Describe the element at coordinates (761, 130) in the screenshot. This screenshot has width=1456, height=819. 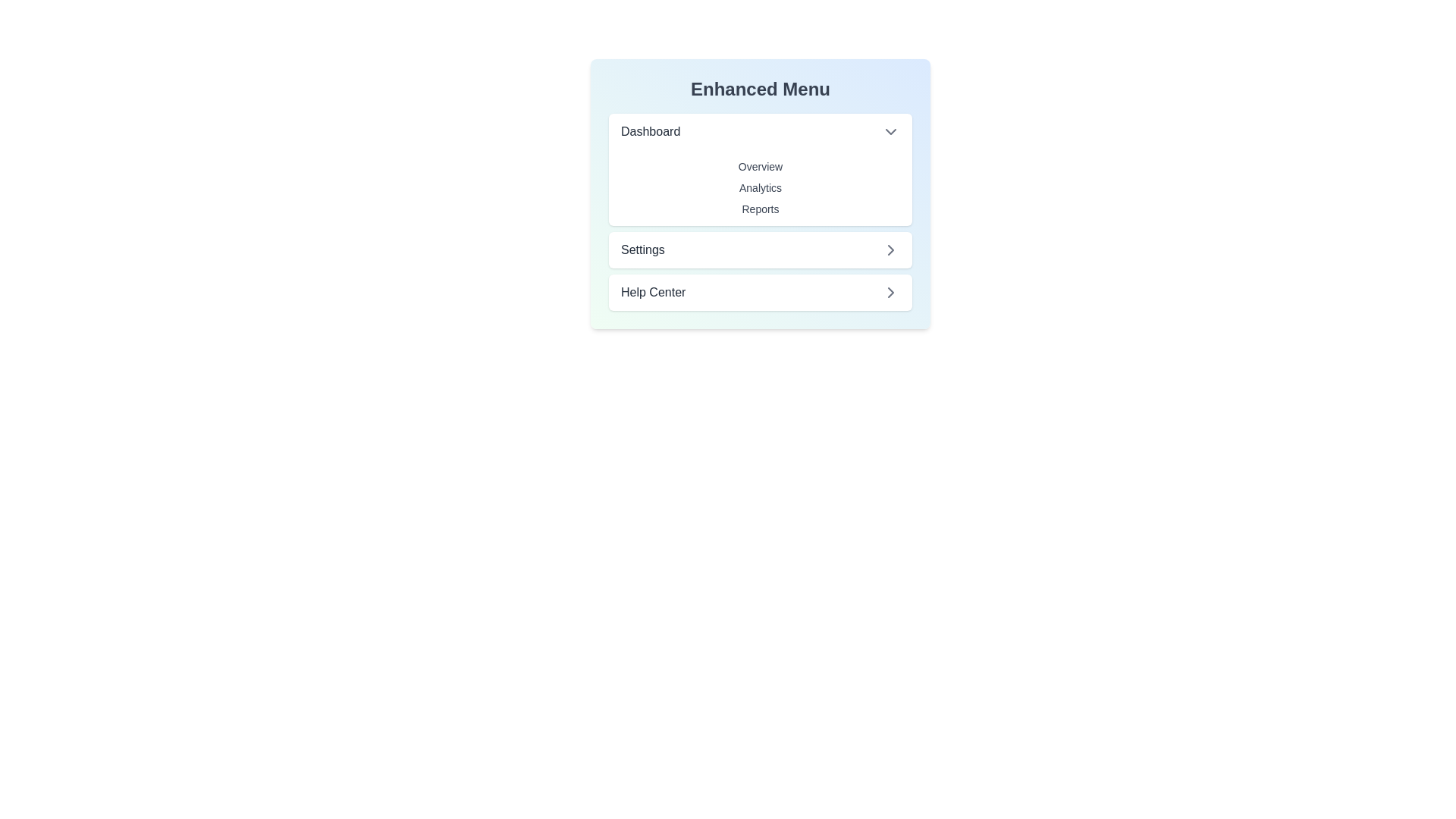
I see `the 'Dashboard' dropdown toggle located at the top of the dropdown panel in the 'Enhanced Menu' interface` at that location.